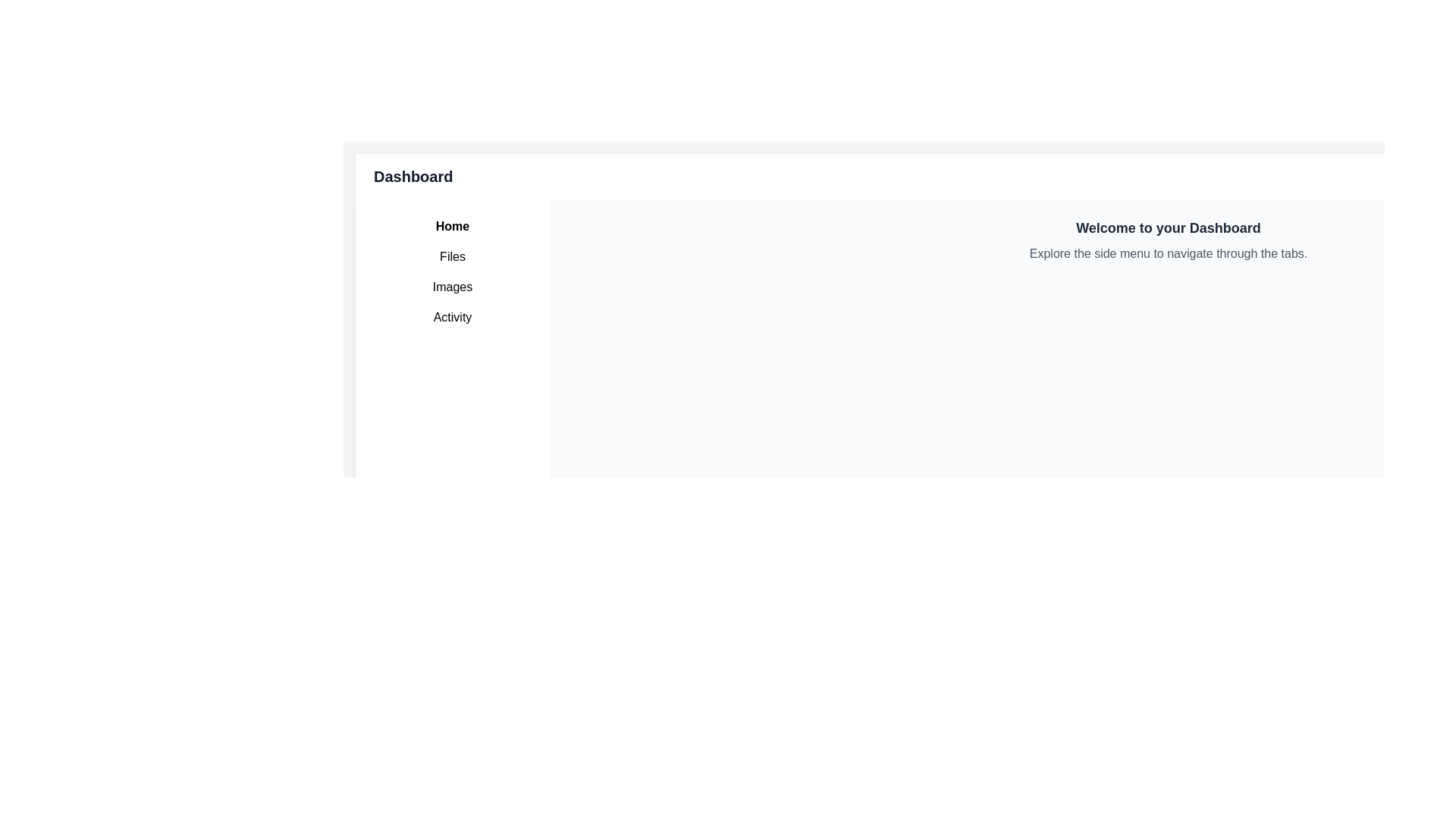 The width and height of the screenshot is (1456, 819). What do you see at coordinates (451, 256) in the screenshot?
I see `the 'Files' text label, which is the second item in a vertical list of navigation options` at bounding box center [451, 256].